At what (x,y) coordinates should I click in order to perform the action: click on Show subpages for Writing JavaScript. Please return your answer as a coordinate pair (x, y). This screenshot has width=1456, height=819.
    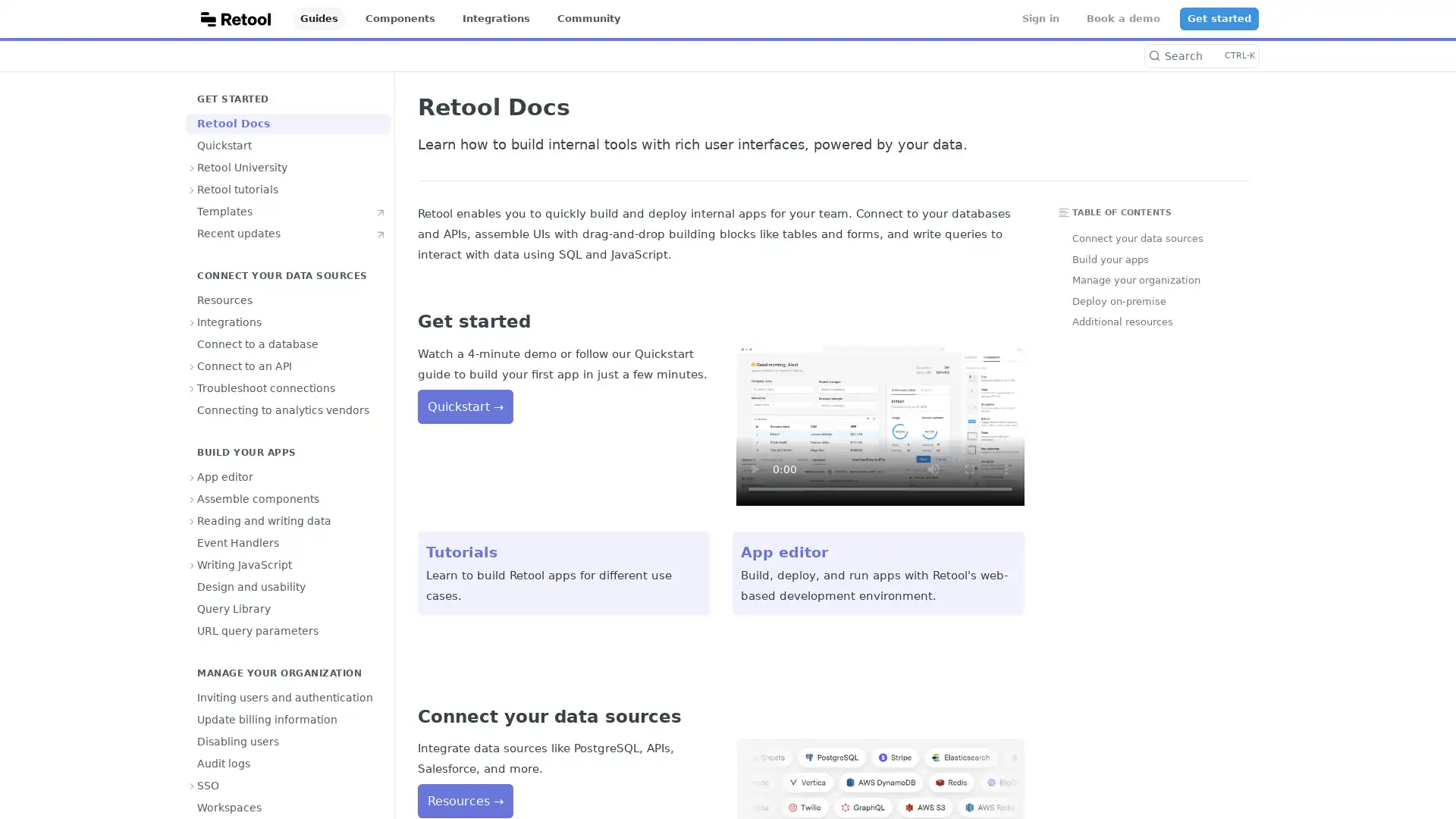
    Looking at the image, I should click on (192, 564).